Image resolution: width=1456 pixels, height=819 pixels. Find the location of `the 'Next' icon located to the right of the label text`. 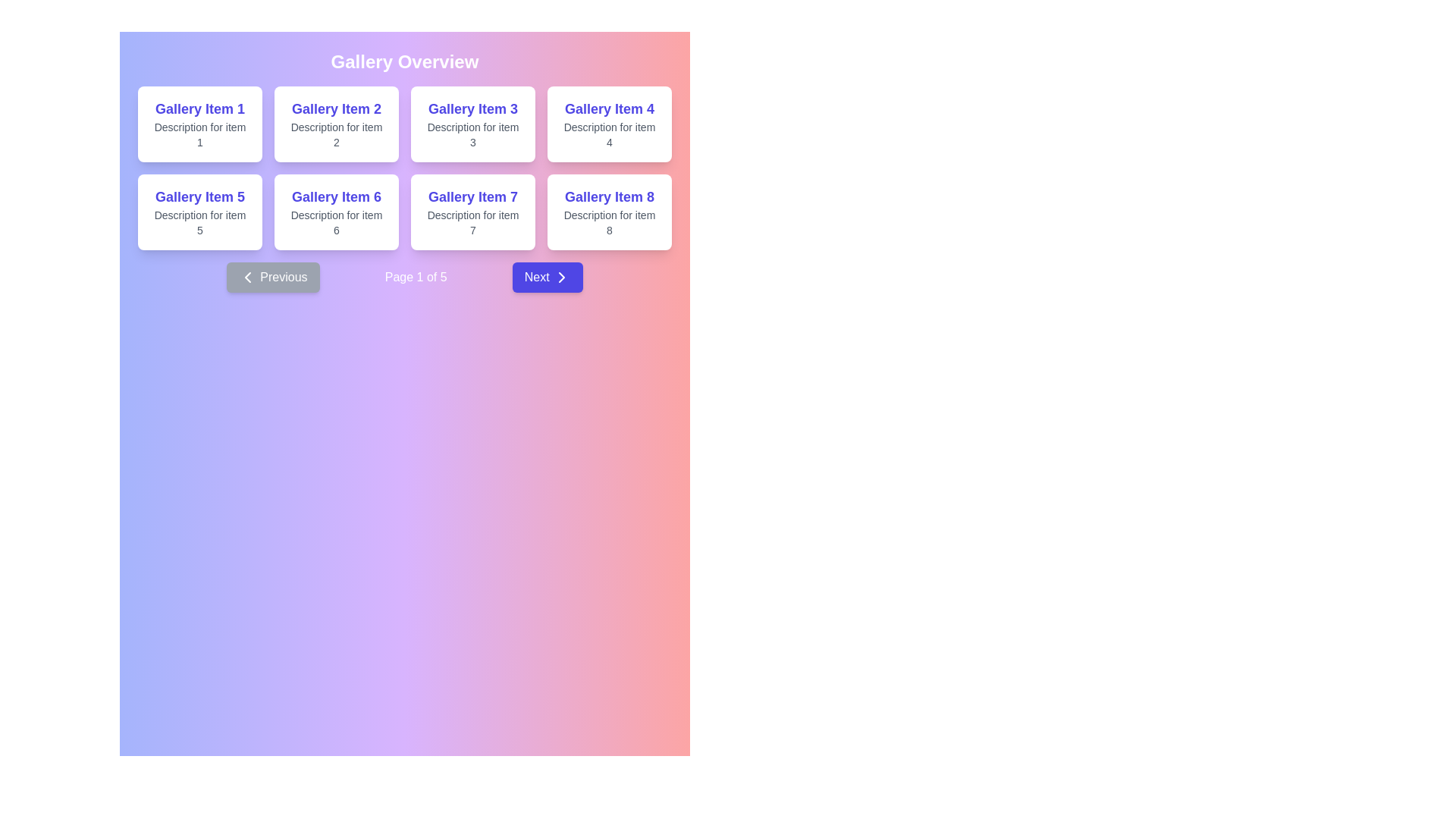

the 'Next' icon located to the right of the label text is located at coordinates (560, 278).